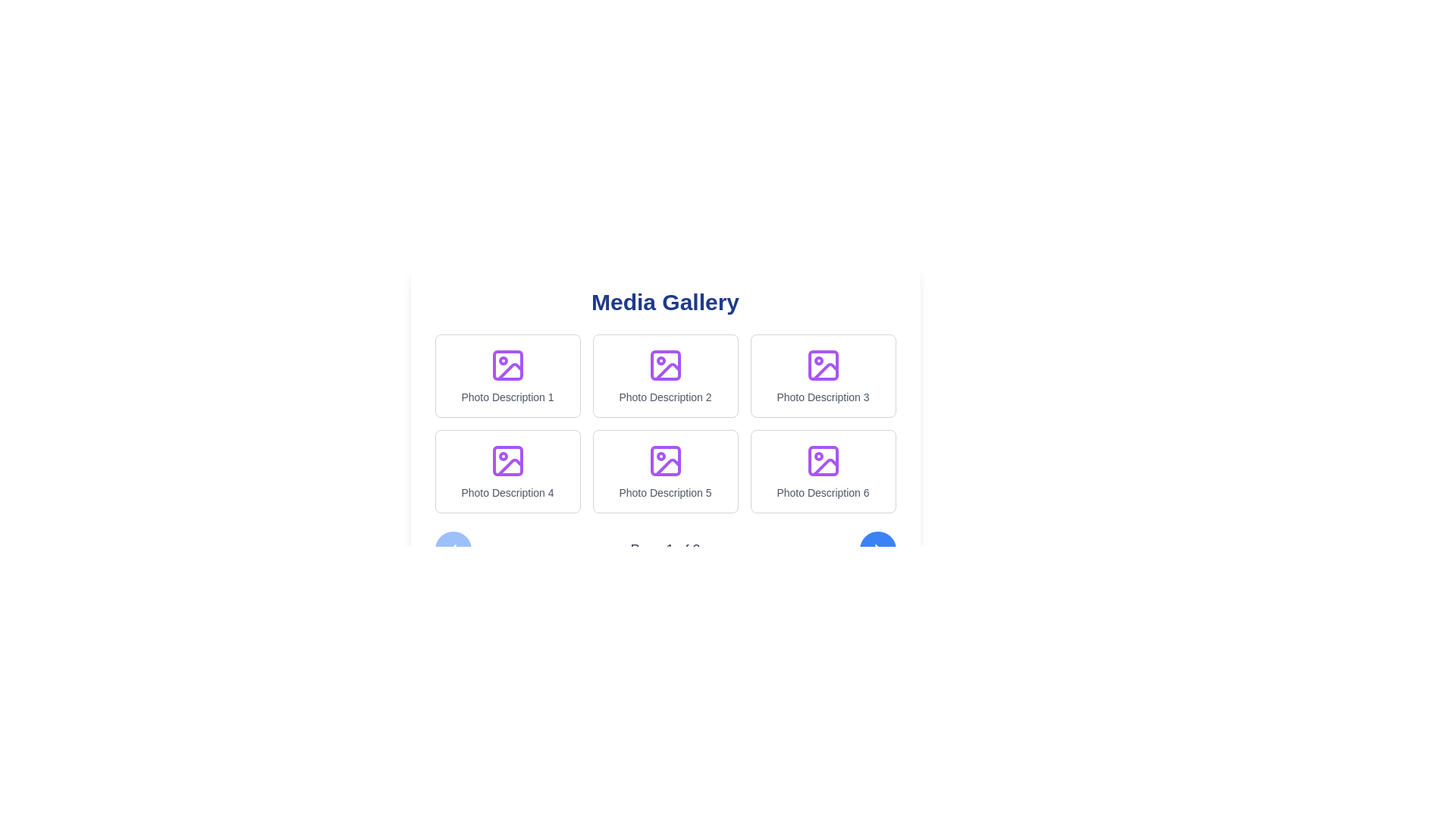 The image size is (1456, 819). Describe the element at coordinates (822, 366) in the screenshot. I see `the decorative shape located in the top-right section of the third picture icon in the media gallery` at that location.